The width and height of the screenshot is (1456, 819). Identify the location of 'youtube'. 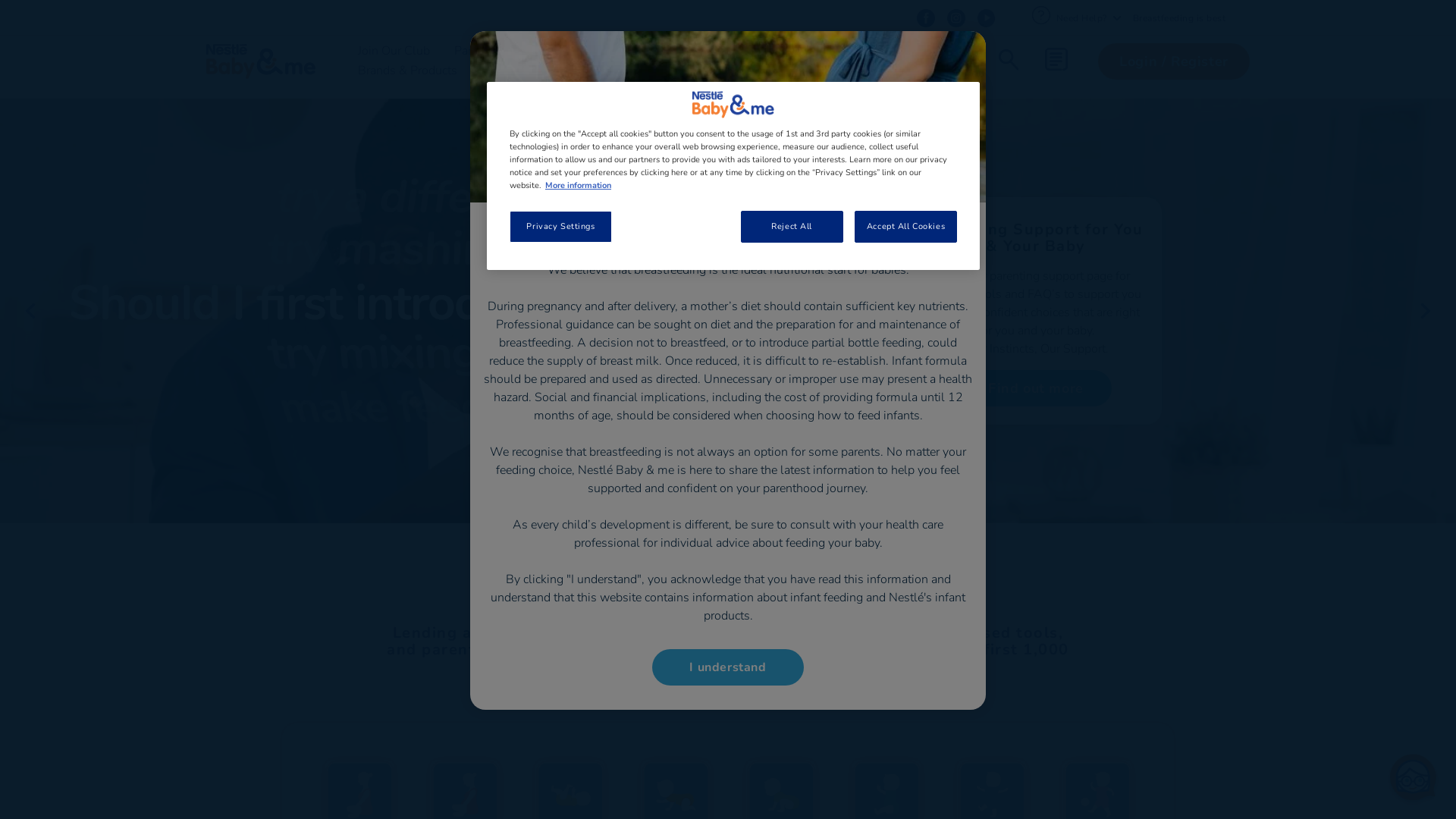
(986, 17).